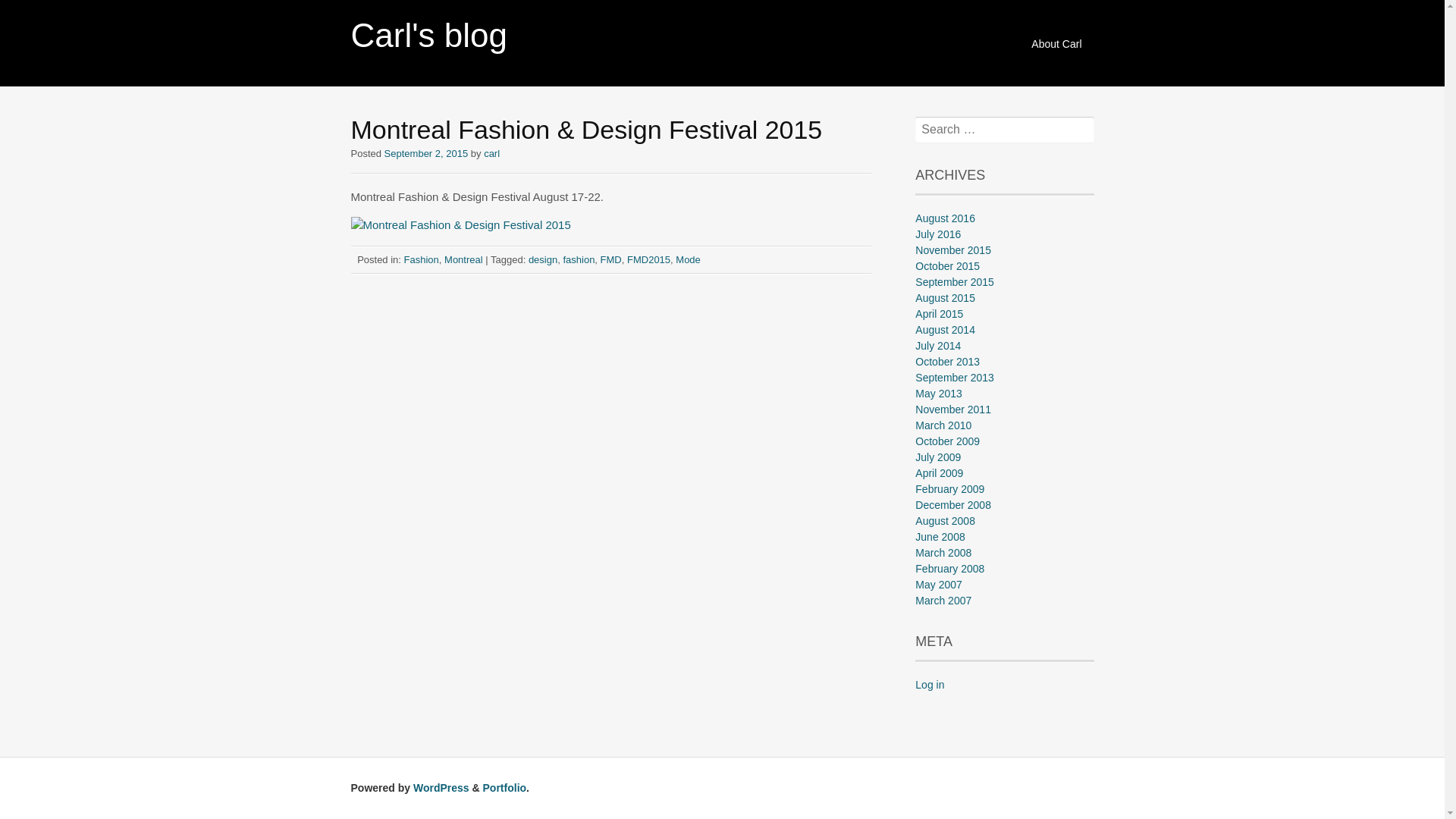 The height and width of the screenshot is (819, 1456). What do you see at coordinates (425, 153) in the screenshot?
I see `'September 2, 2015'` at bounding box center [425, 153].